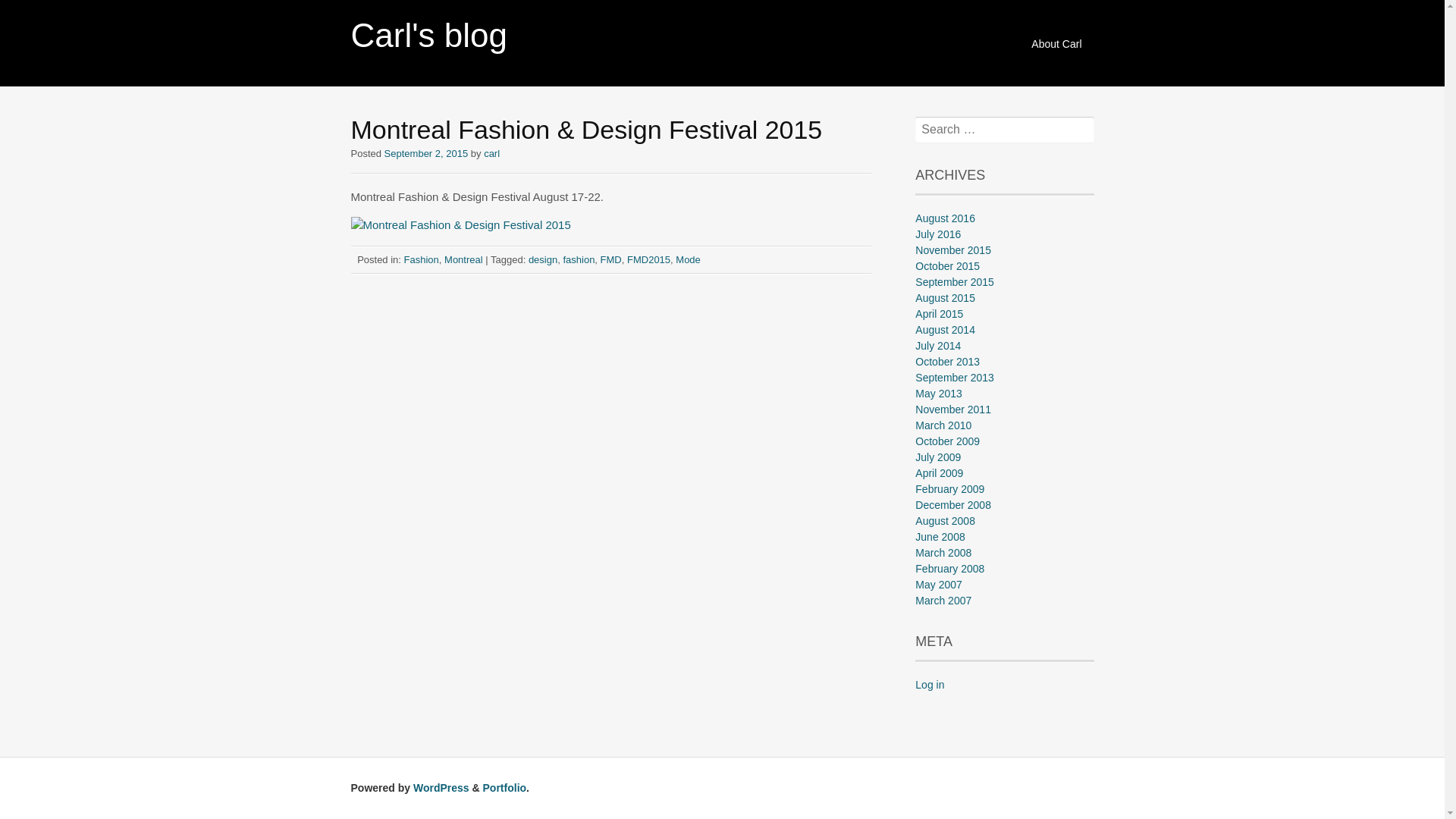 The height and width of the screenshot is (819, 1456). What do you see at coordinates (425, 153) in the screenshot?
I see `'September 2, 2015'` at bounding box center [425, 153].